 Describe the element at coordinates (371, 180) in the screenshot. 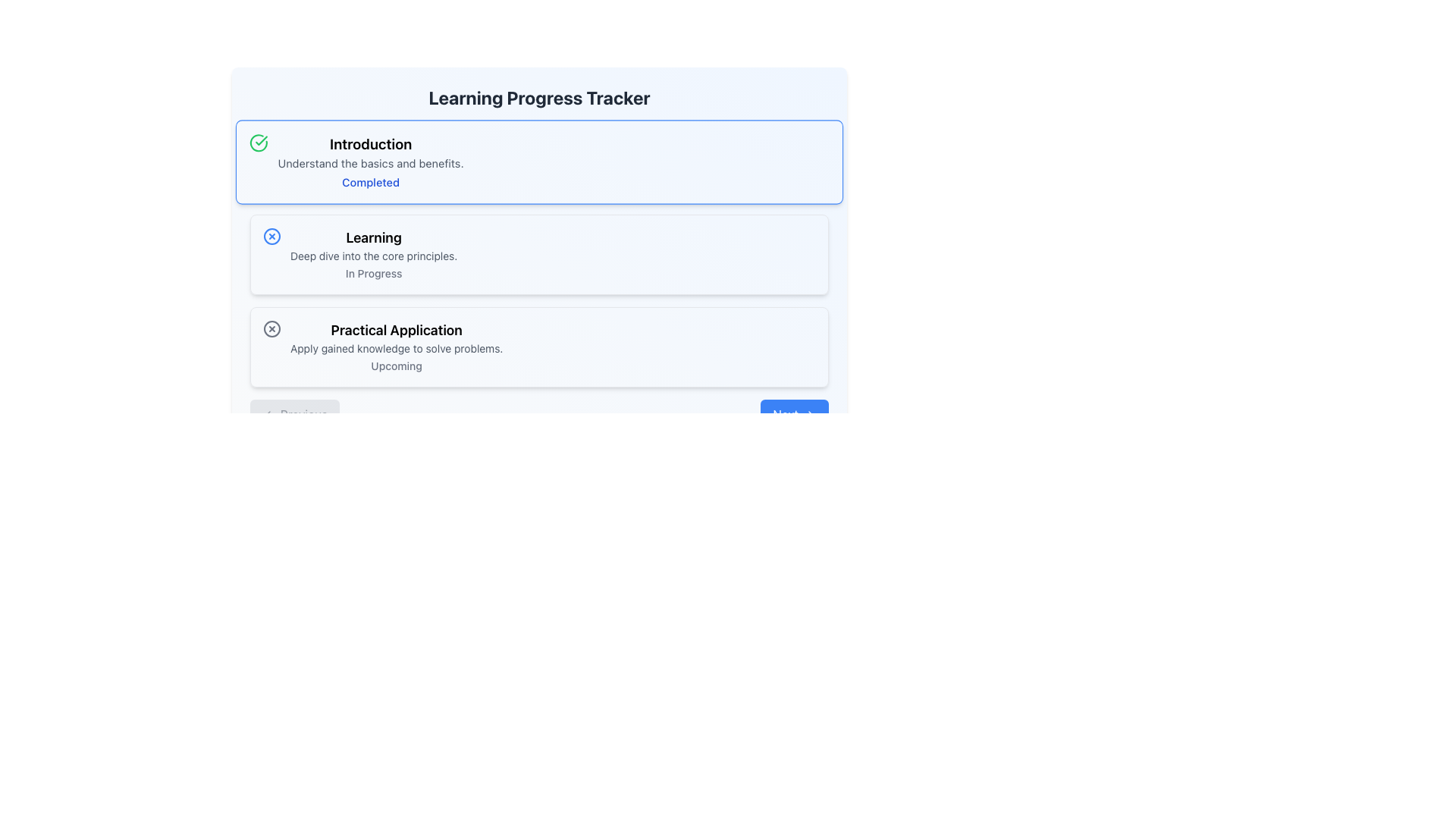

I see `the Text Label indicating the completion status of the 'Introduction' section, located at the bottom-right of the box below the text 'Understand the basics and benefits.'` at that location.